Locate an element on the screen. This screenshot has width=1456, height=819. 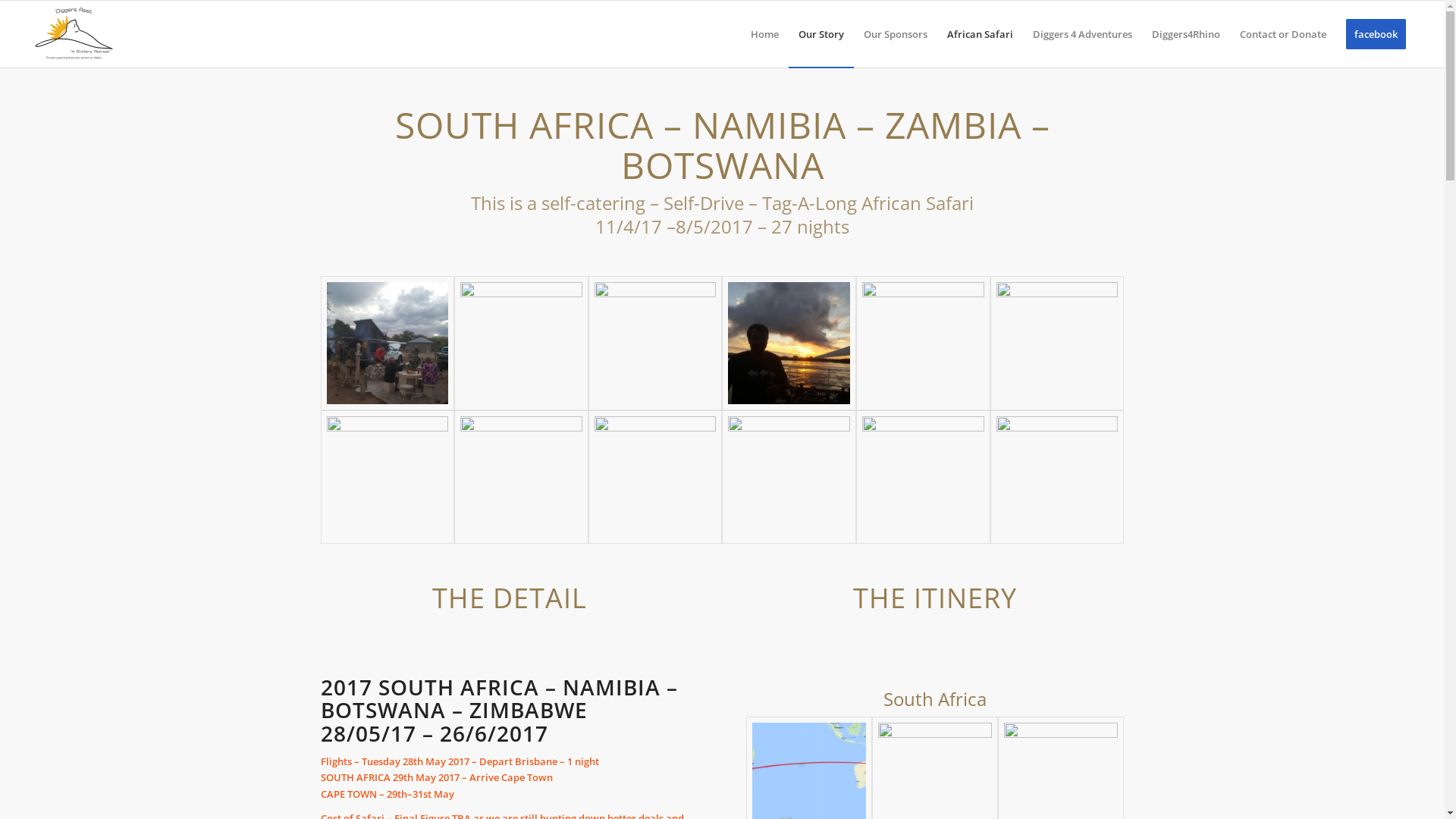
'Our Story' is located at coordinates (821, 34).